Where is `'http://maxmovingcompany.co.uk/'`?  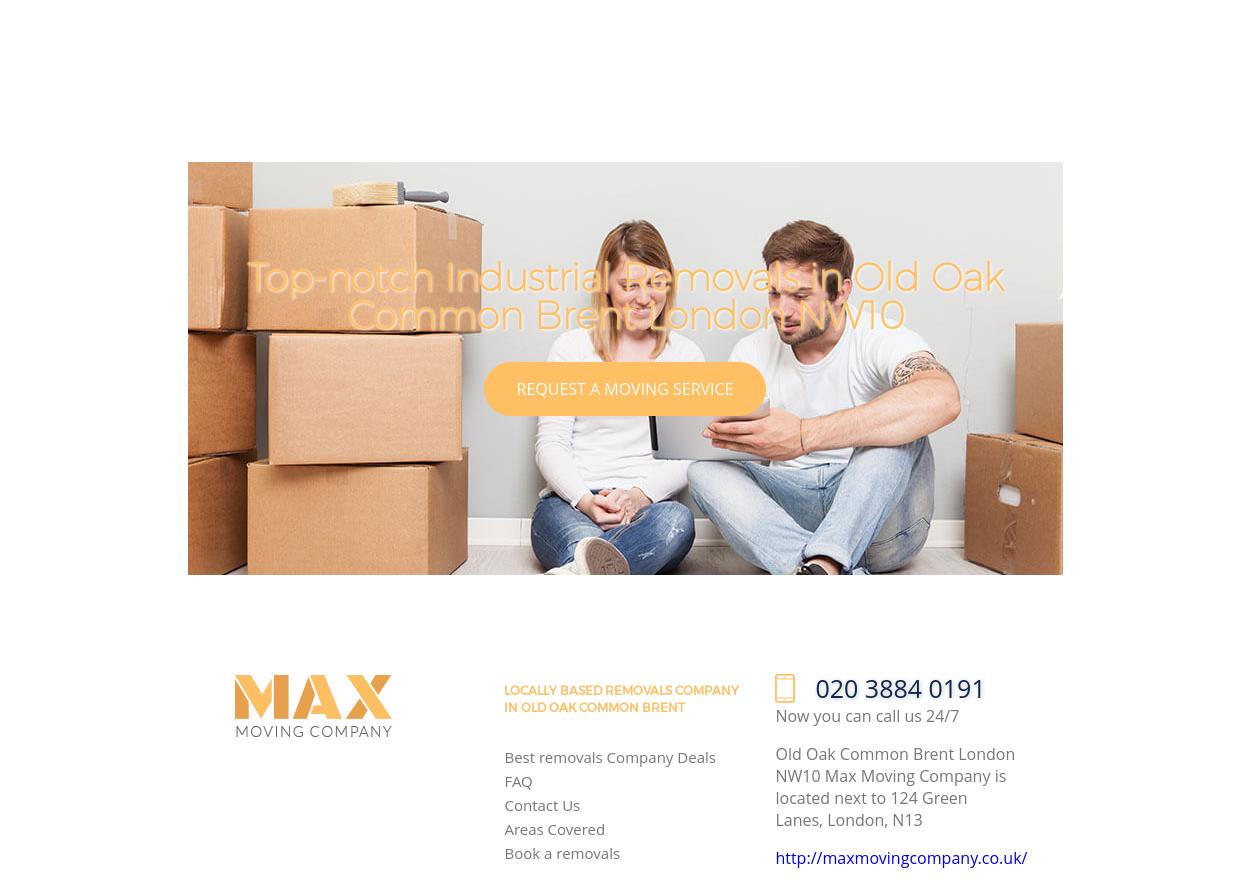
'http://maxmovingcompany.co.uk/' is located at coordinates (775, 857).